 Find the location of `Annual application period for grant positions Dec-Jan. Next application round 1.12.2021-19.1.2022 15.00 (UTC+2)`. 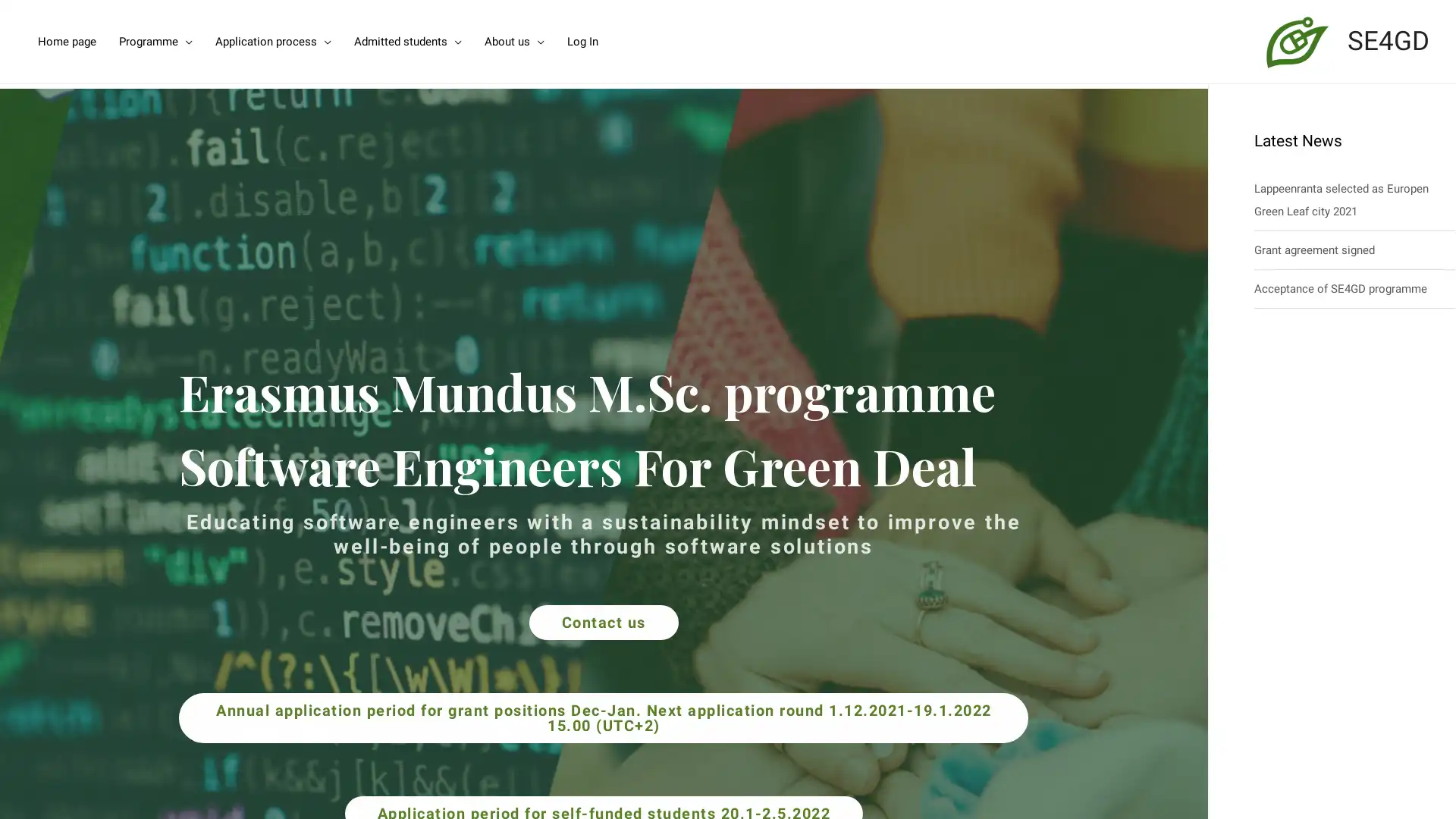

Annual application period for grant positions Dec-Jan. Next application round 1.12.2021-19.1.2022 15.00 (UTC+2) is located at coordinates (603, 717).